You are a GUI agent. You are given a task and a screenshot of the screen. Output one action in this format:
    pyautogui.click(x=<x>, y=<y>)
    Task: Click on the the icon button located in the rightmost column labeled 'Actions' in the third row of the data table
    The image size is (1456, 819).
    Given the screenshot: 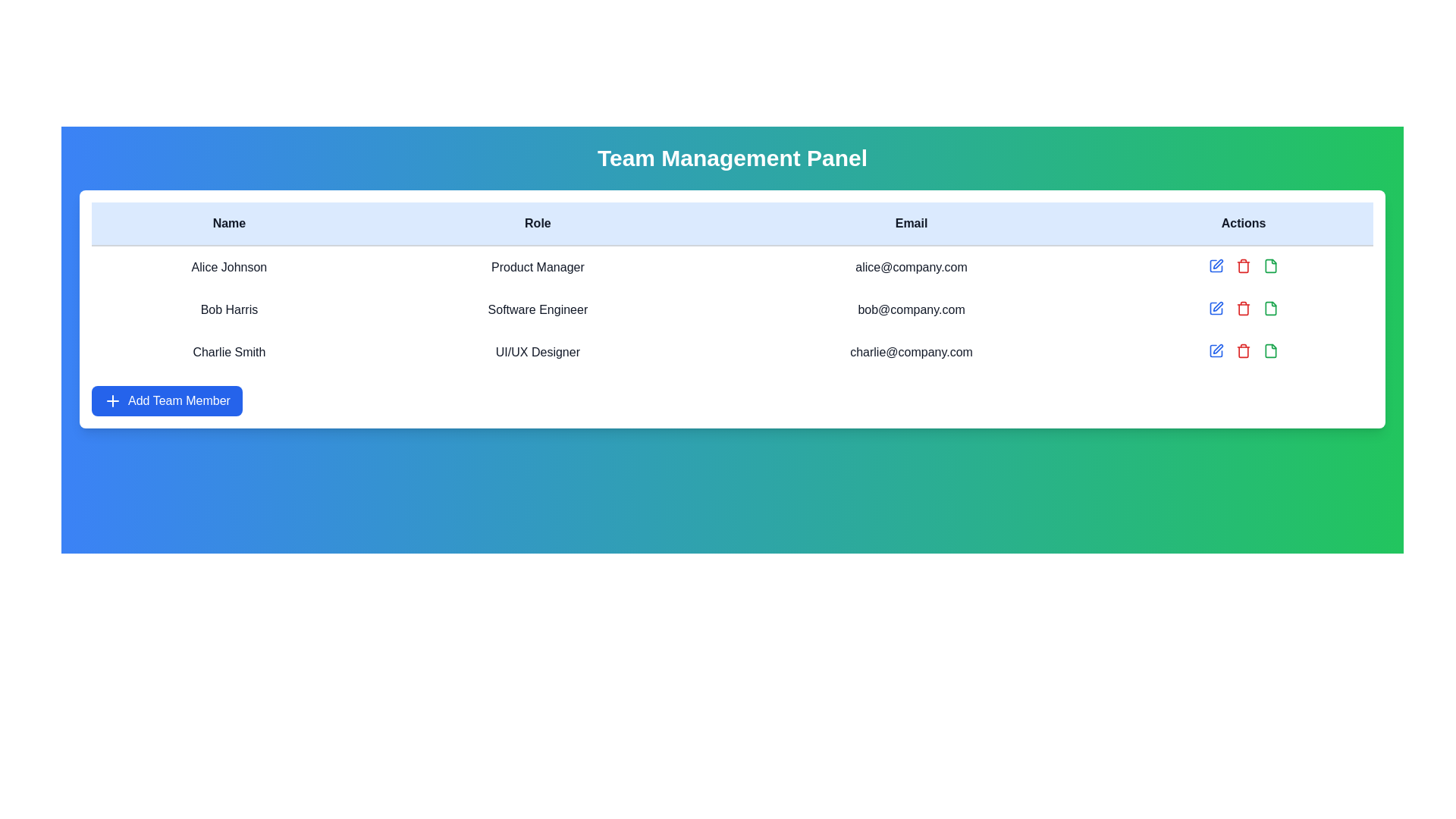 What is the action you would take?
    pyautogui.click(x=1270, y=265)
    